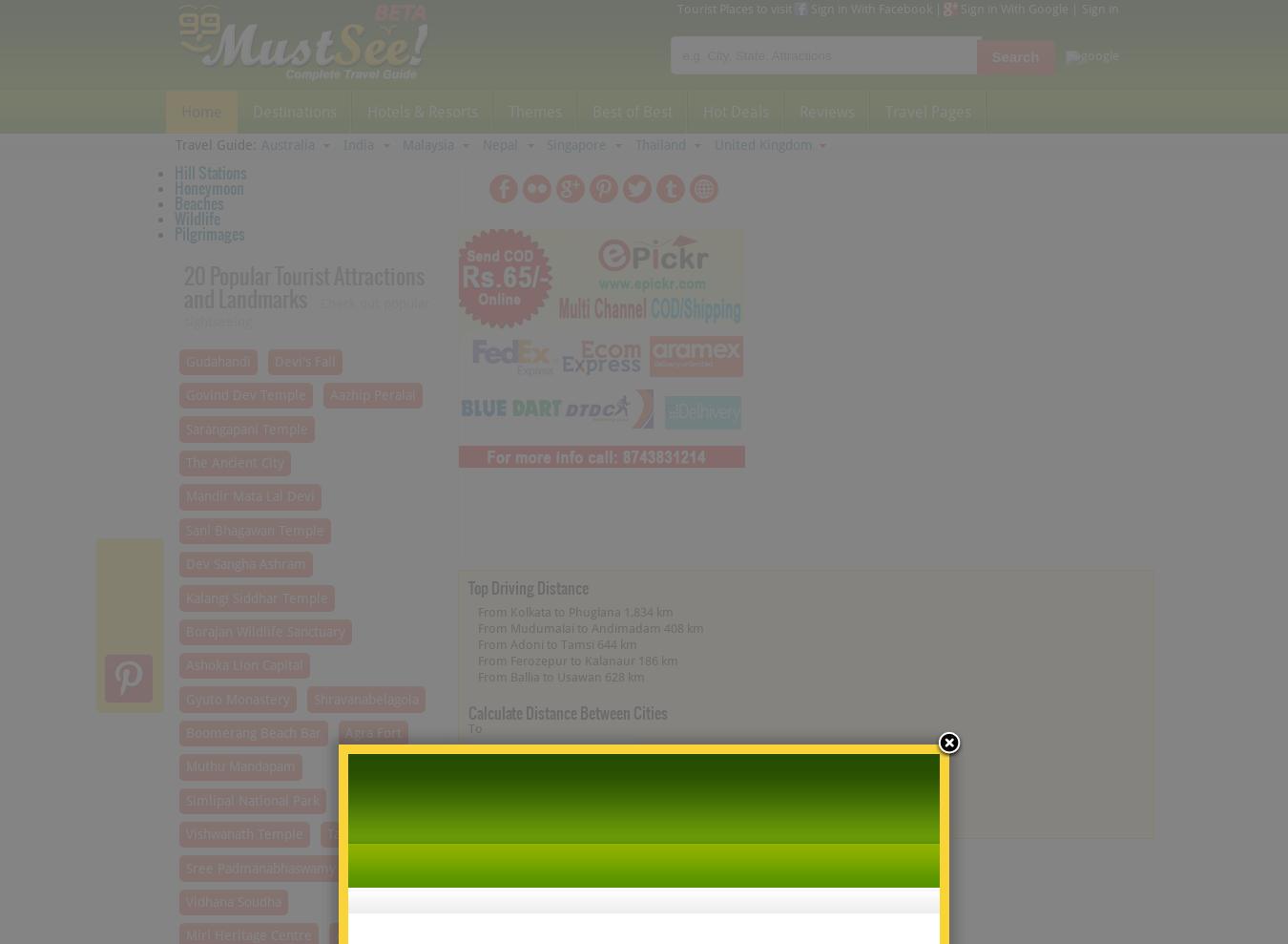 This screenshot has height=944, width=1288. What do you see at coordinates (263, 630) in the screenshot?
I see `'Borajan Wildlife Sanctuary'` at bounding box center [263, 630].